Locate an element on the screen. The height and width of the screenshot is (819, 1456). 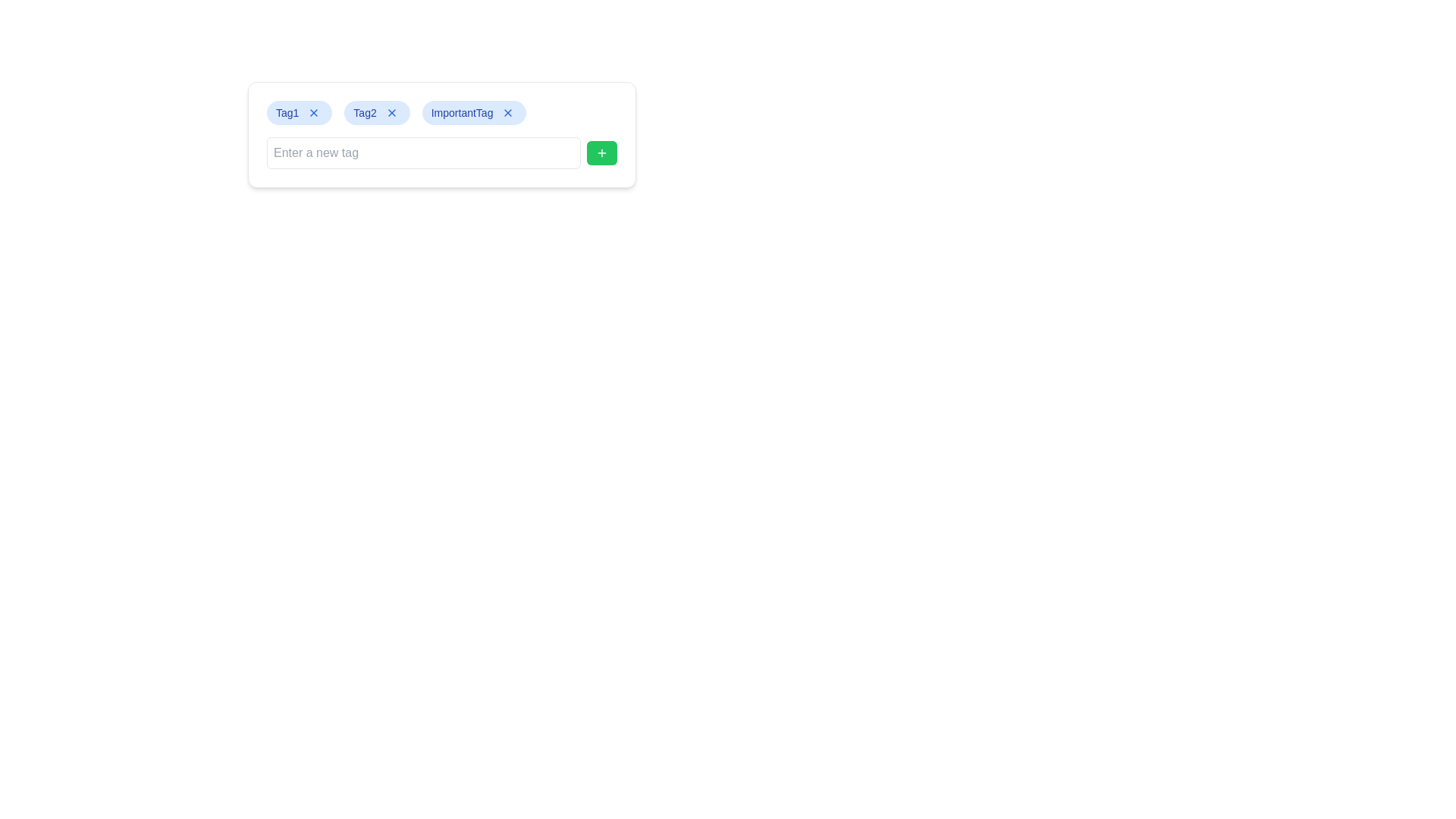
the static text element displaying 'Tag2' in a blue font within a rounded blue-filled box, located between 'Tag1' and 'ImportantTag' is located at coordinates (365, 112).